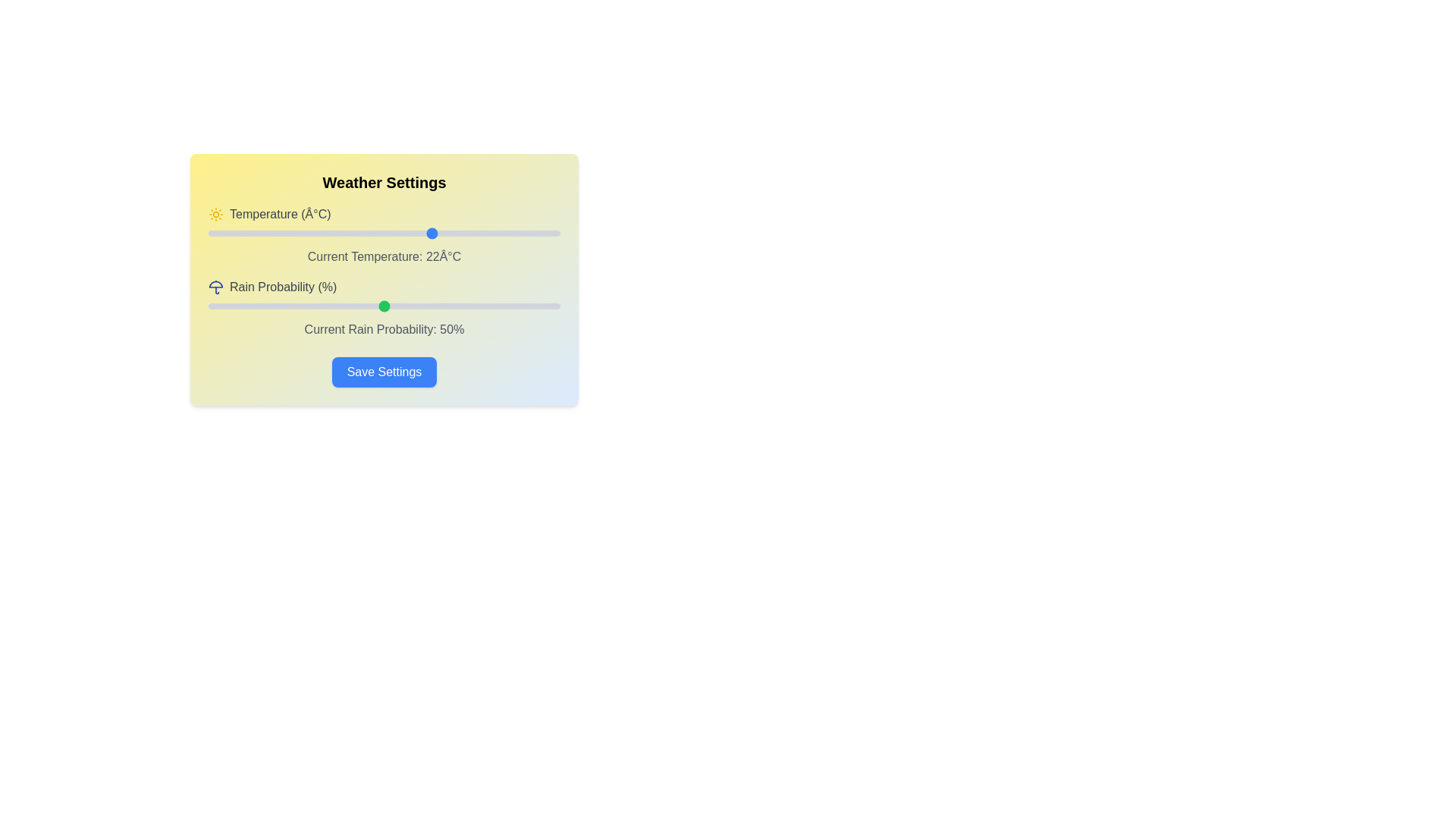  I want to click on the rain probability slider to 46%, so click(370, 306).